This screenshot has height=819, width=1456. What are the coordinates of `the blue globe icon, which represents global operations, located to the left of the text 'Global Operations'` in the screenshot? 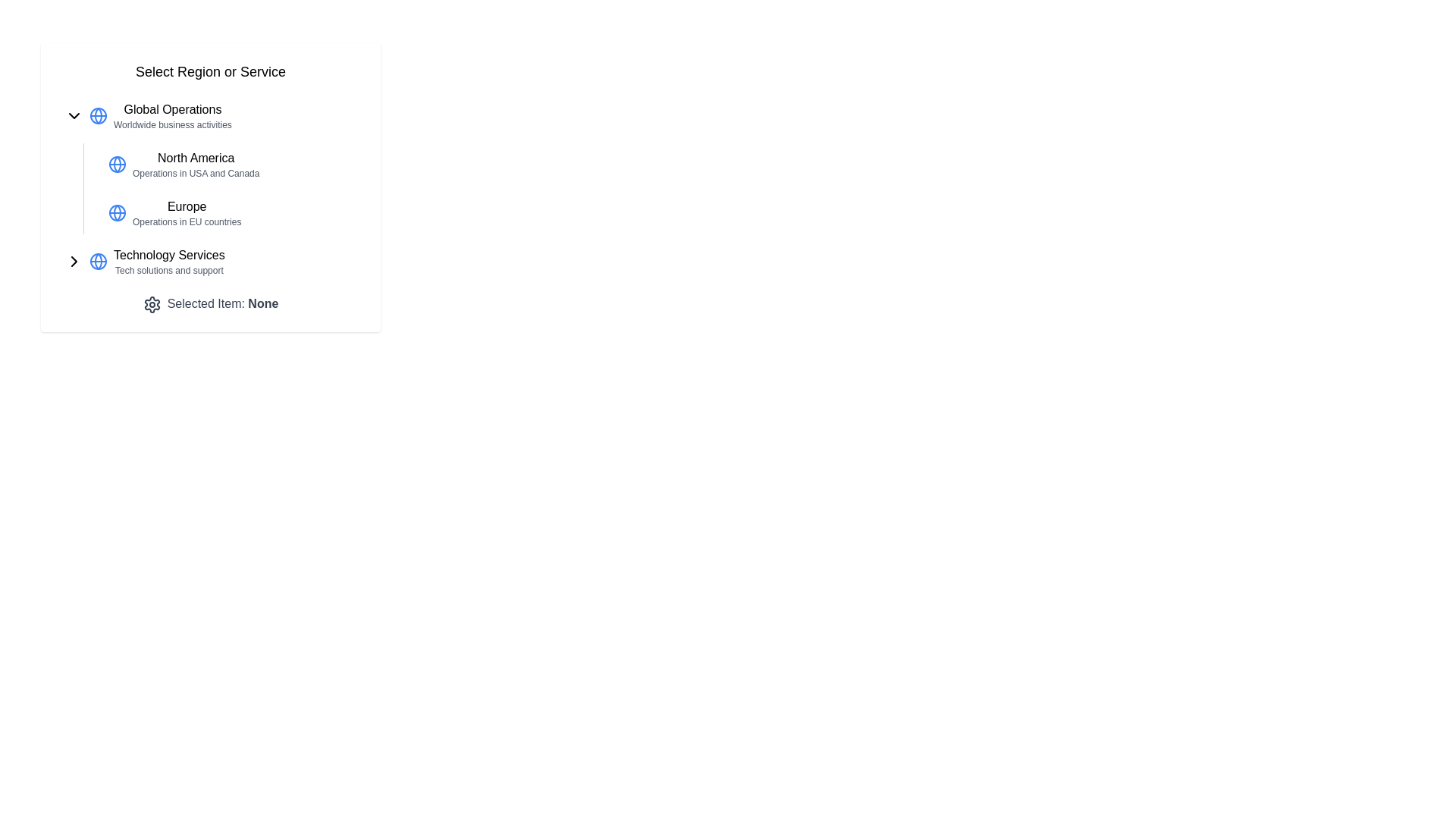 It's located at (97, 115).